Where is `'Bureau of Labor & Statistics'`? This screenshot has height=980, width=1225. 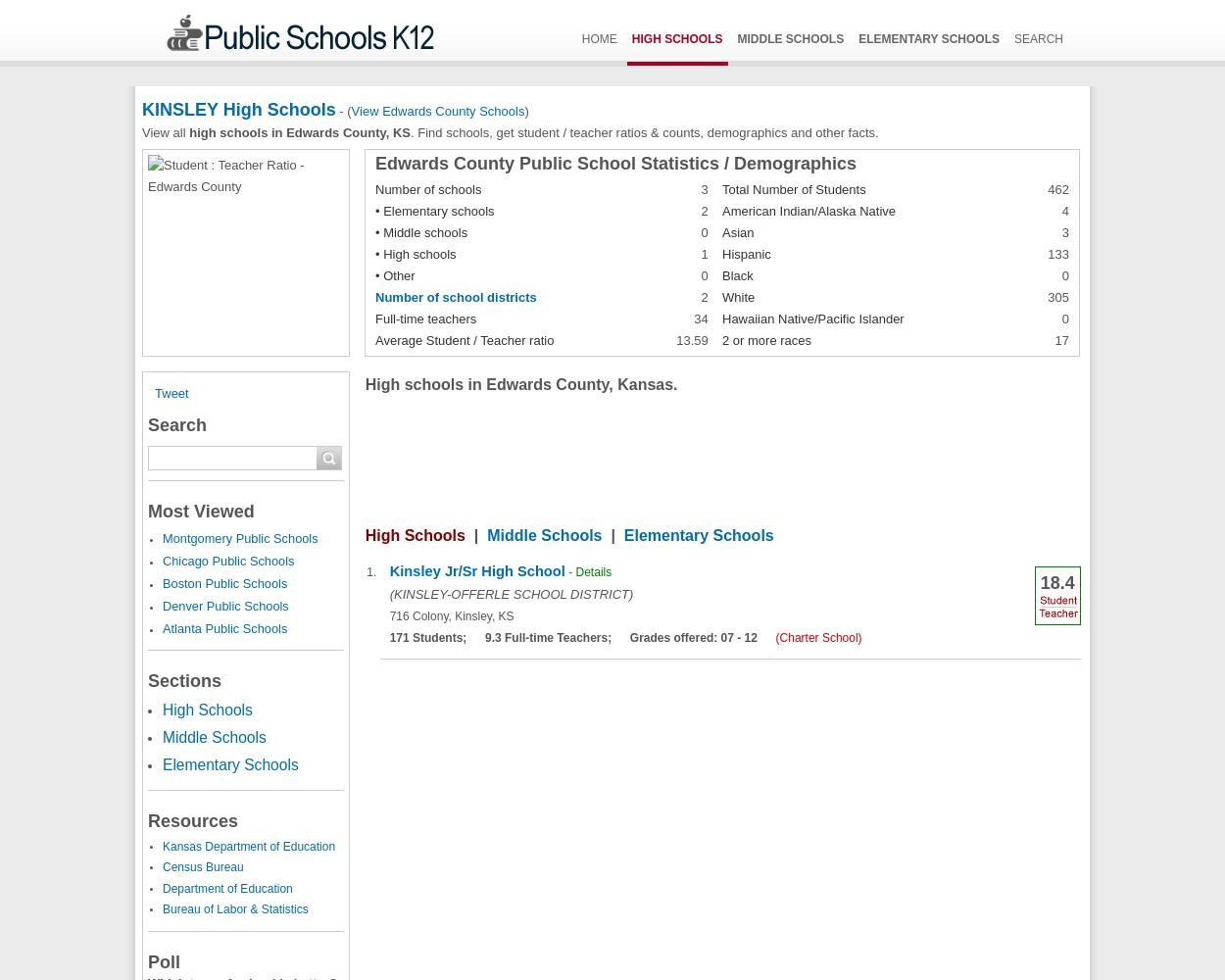
'Bureau of Labor & Statistics' is located at coordinates (234, 909).